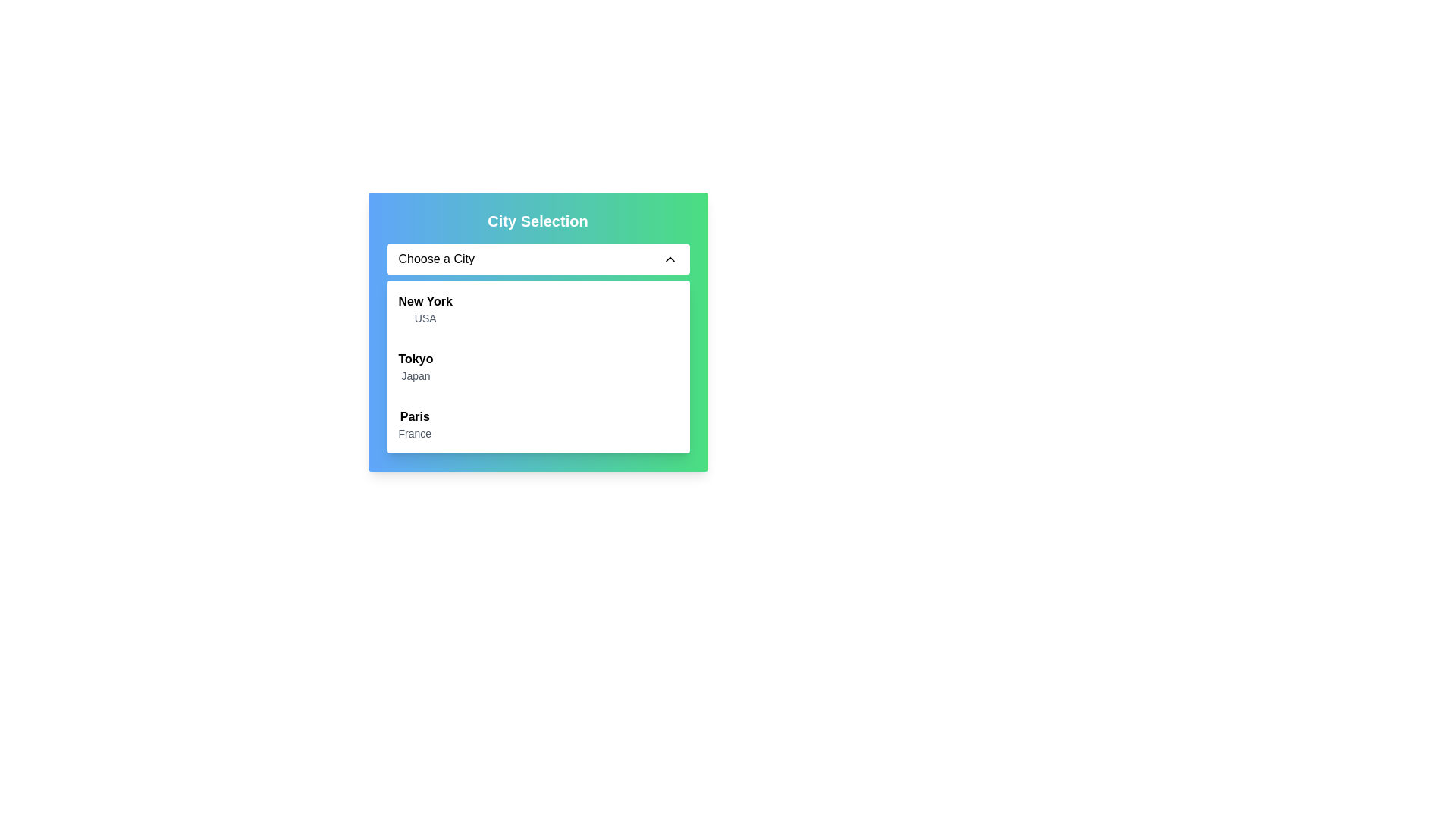 This screenshot has height=819, width=1456. I want to click on the second clickable list item, which displays 'Tokyo' in bold and 'Japan' in smaller gray font, so click(538, 366).